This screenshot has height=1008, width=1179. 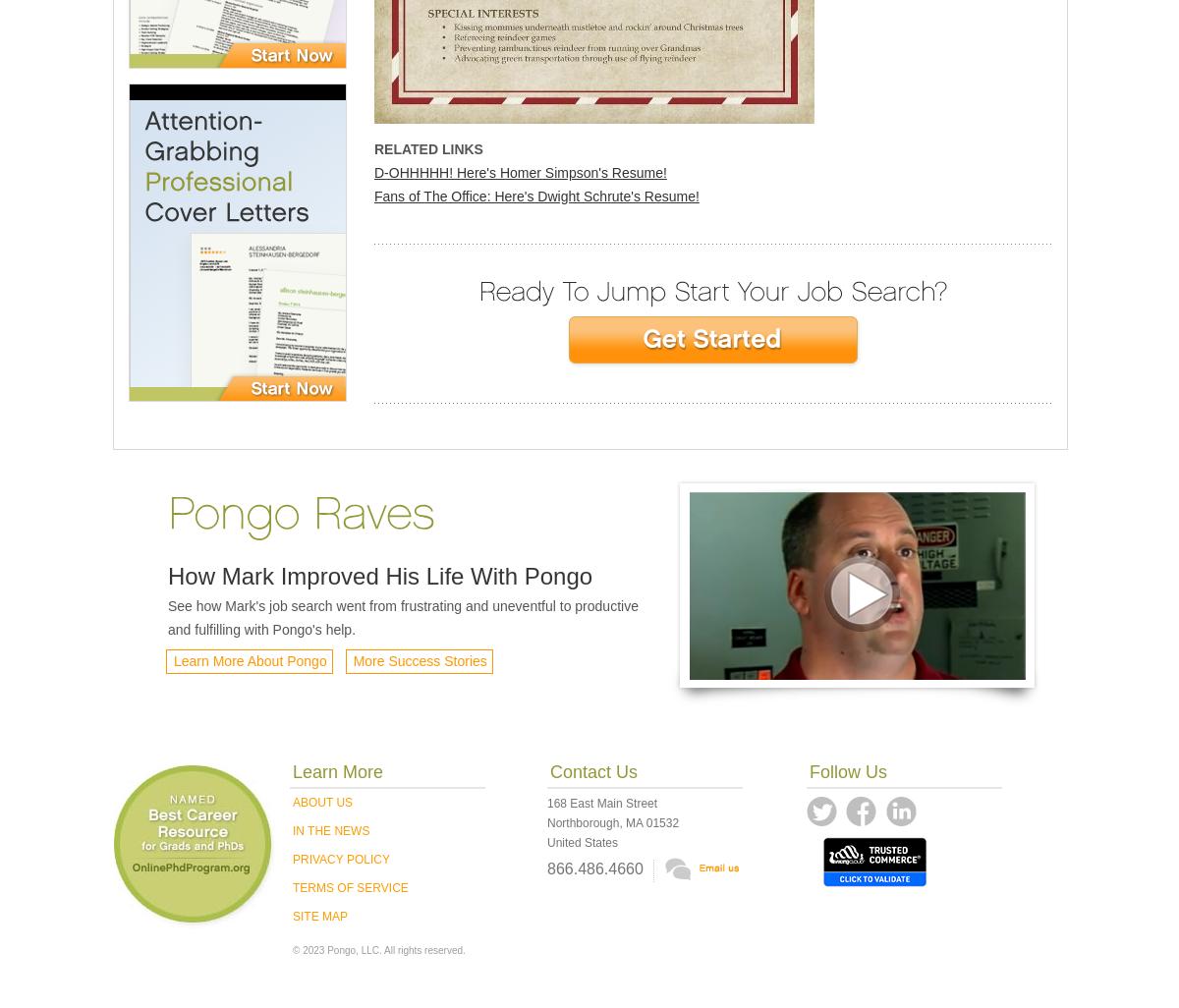 I want to click on 'D-OHHHHH! Here's Homer Simpson's Resume!', so click(x=519, y=171).